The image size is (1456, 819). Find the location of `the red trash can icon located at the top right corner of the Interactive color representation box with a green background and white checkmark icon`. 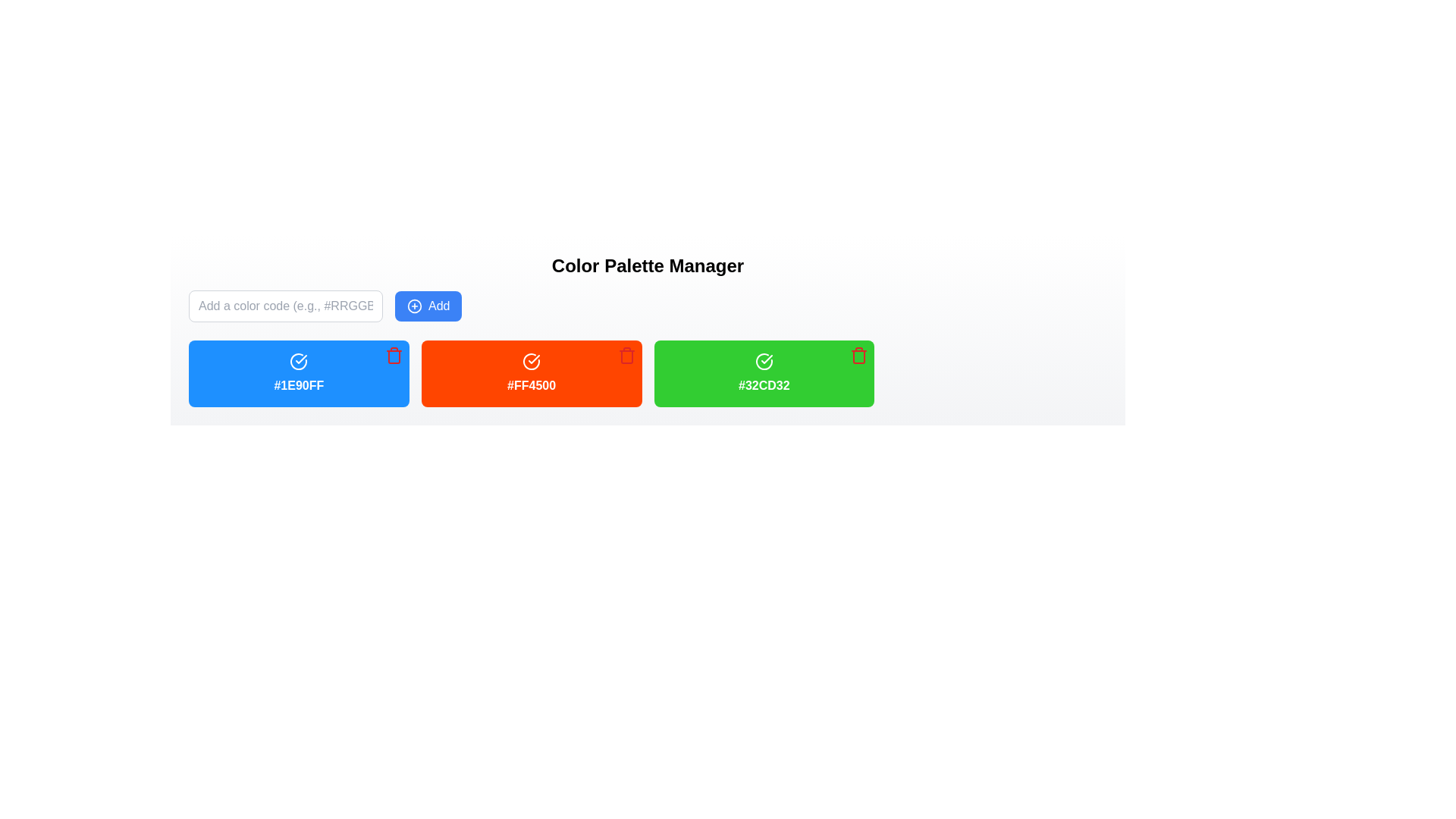

the red trash can icon located at the top right corner of the Interactive color representation box with a green background and white checkmark icon is located at coordinates (764, 374).